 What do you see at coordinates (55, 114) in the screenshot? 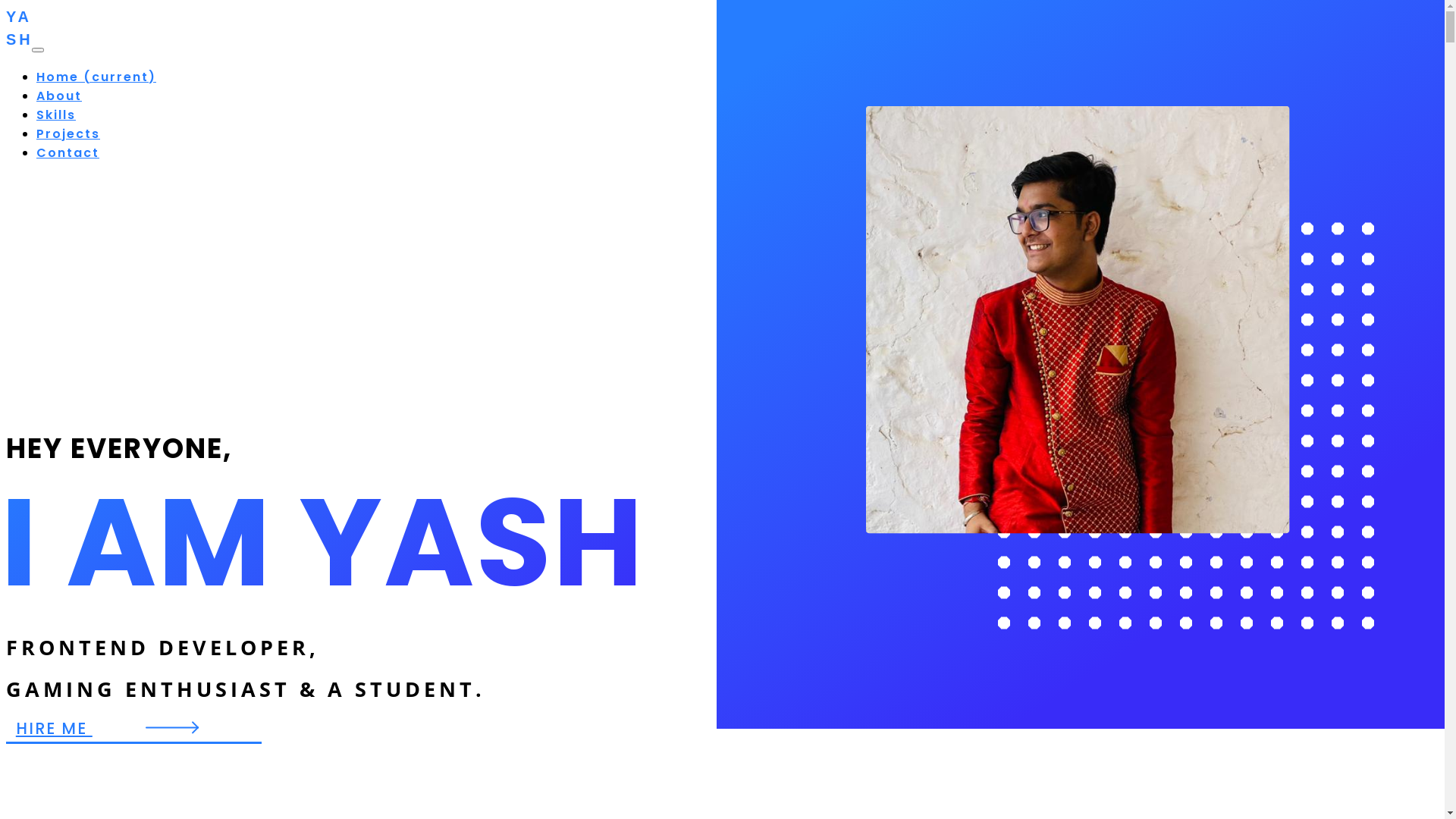
I see `'Skills'` at bounding box center [55, 114].